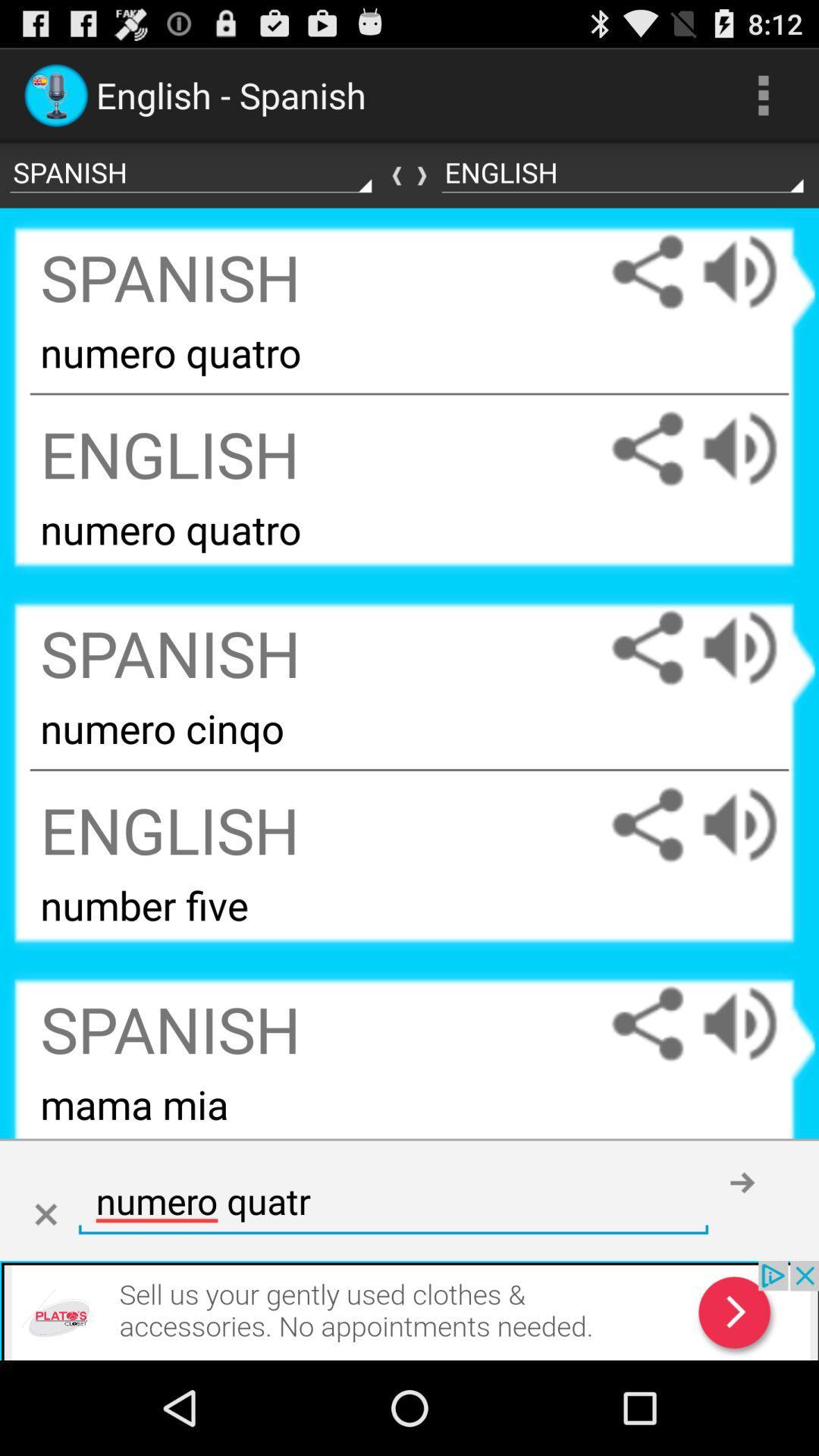 Image resolution: width=819 pixels, height=1456 pixels. I want to click on share the translation, so click(647, 271).